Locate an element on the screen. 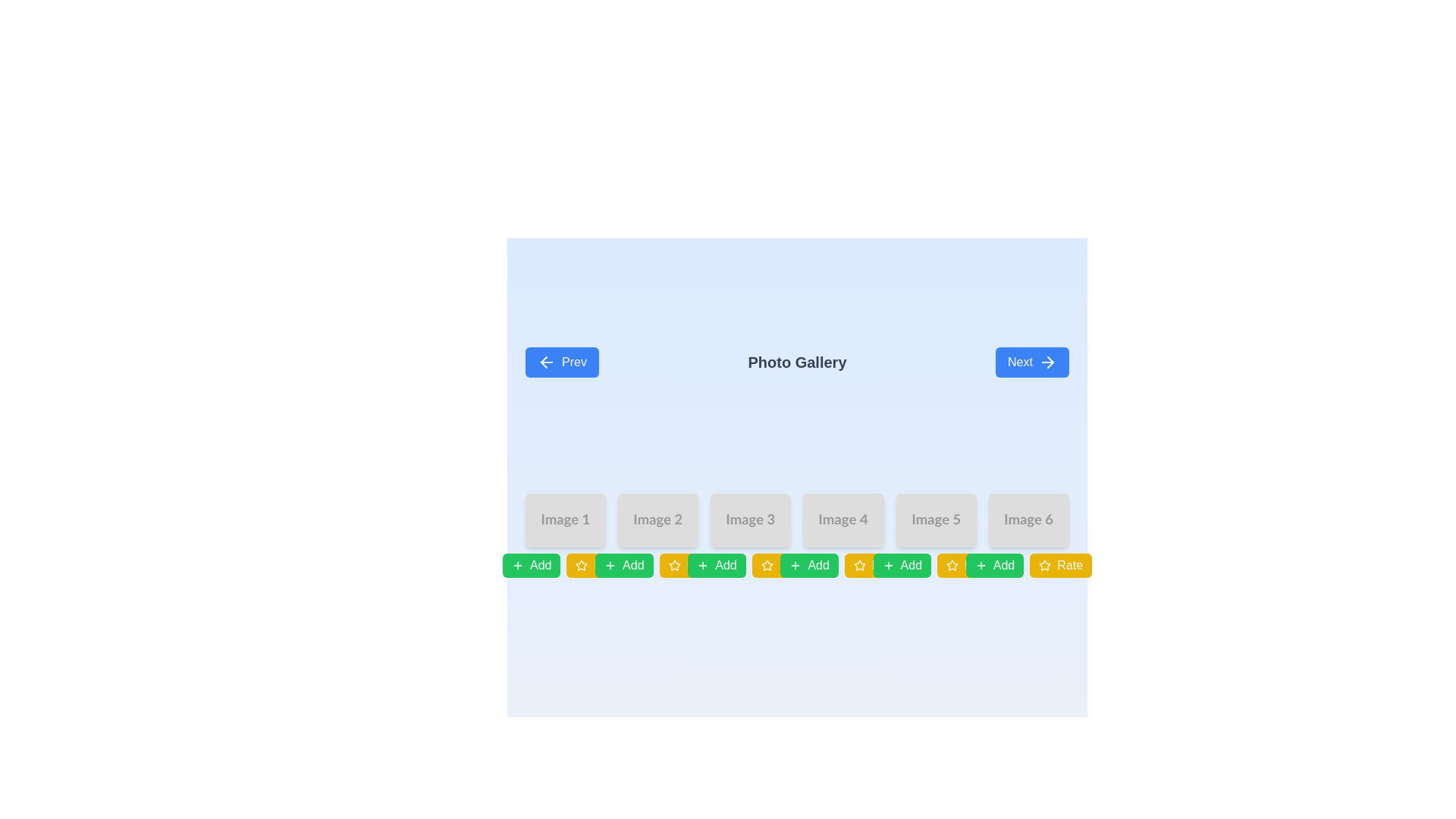  the fifth star icon in the gallery is located at coordinates (952, 565).